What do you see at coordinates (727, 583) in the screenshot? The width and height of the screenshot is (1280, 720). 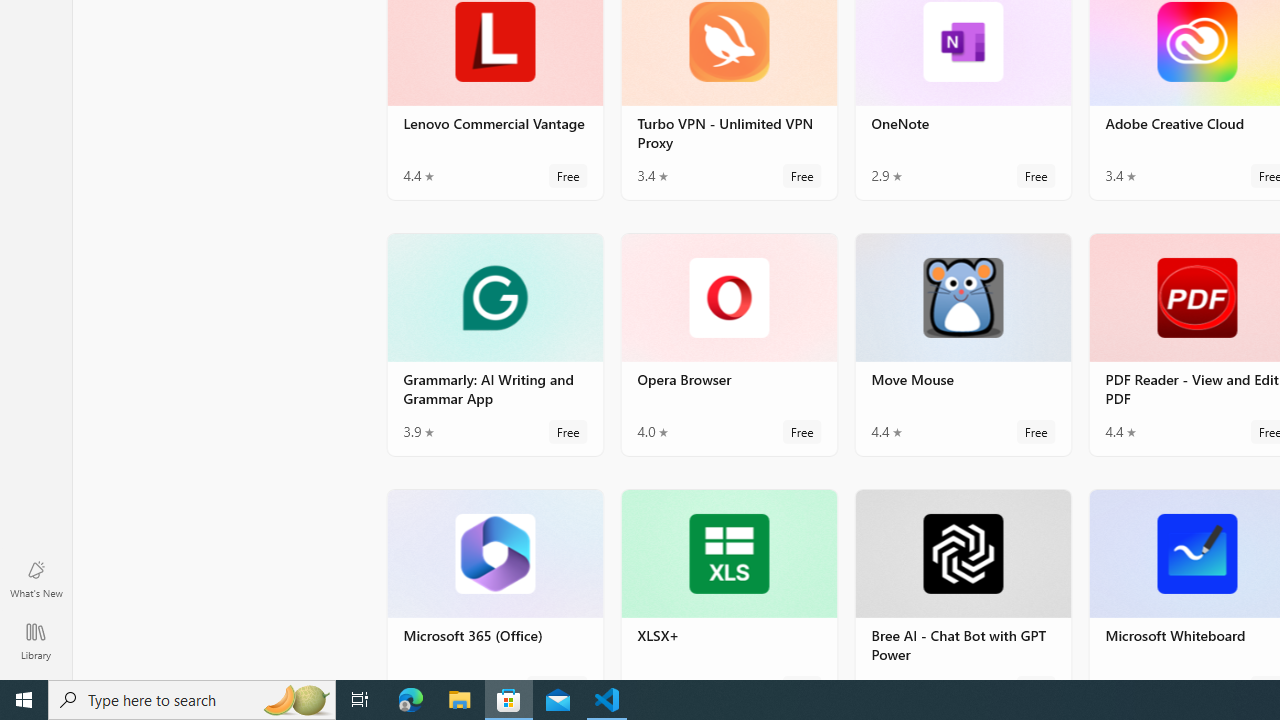 I see `'XLSX+. Average rating of 4.6 out of five stars. Free  '` at bounding box center [727, 583].